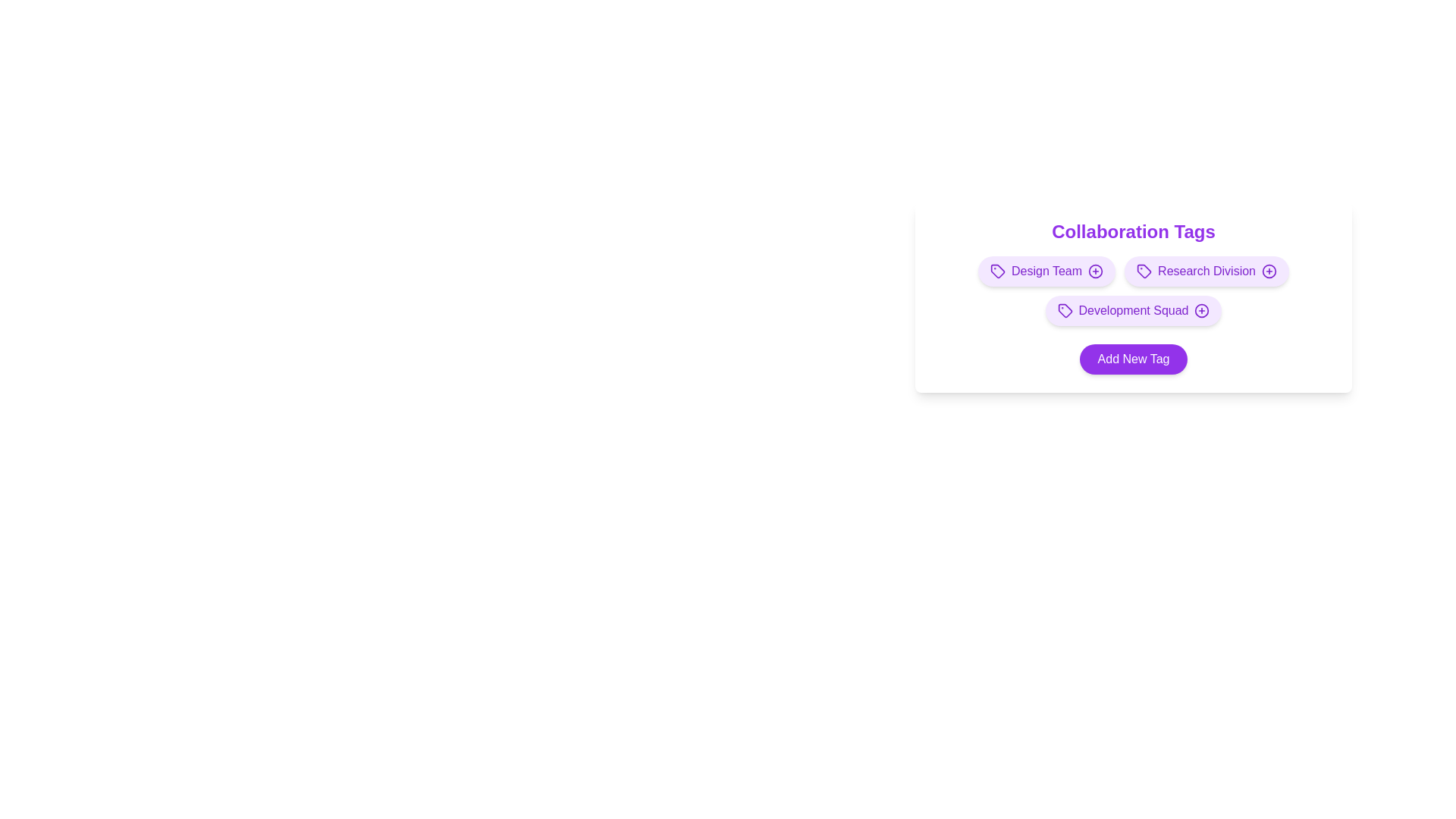  I want to click on the remove icon for the tag Development Squad, so click(1201, 309).